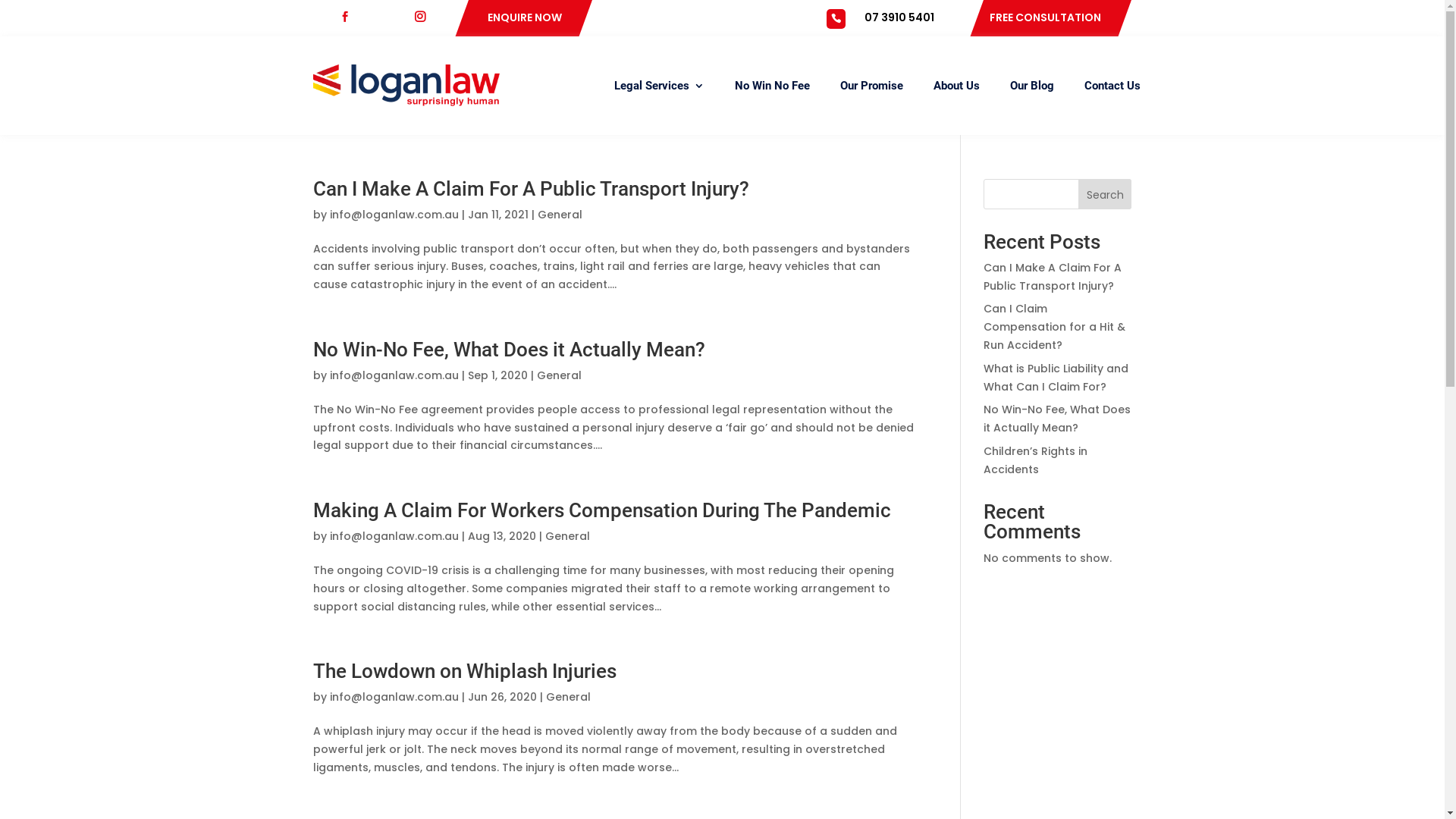 The image size is (1456, 819). I want to click on 'What is Public Liability and What Can I Claim For?', so click(1055, 376).